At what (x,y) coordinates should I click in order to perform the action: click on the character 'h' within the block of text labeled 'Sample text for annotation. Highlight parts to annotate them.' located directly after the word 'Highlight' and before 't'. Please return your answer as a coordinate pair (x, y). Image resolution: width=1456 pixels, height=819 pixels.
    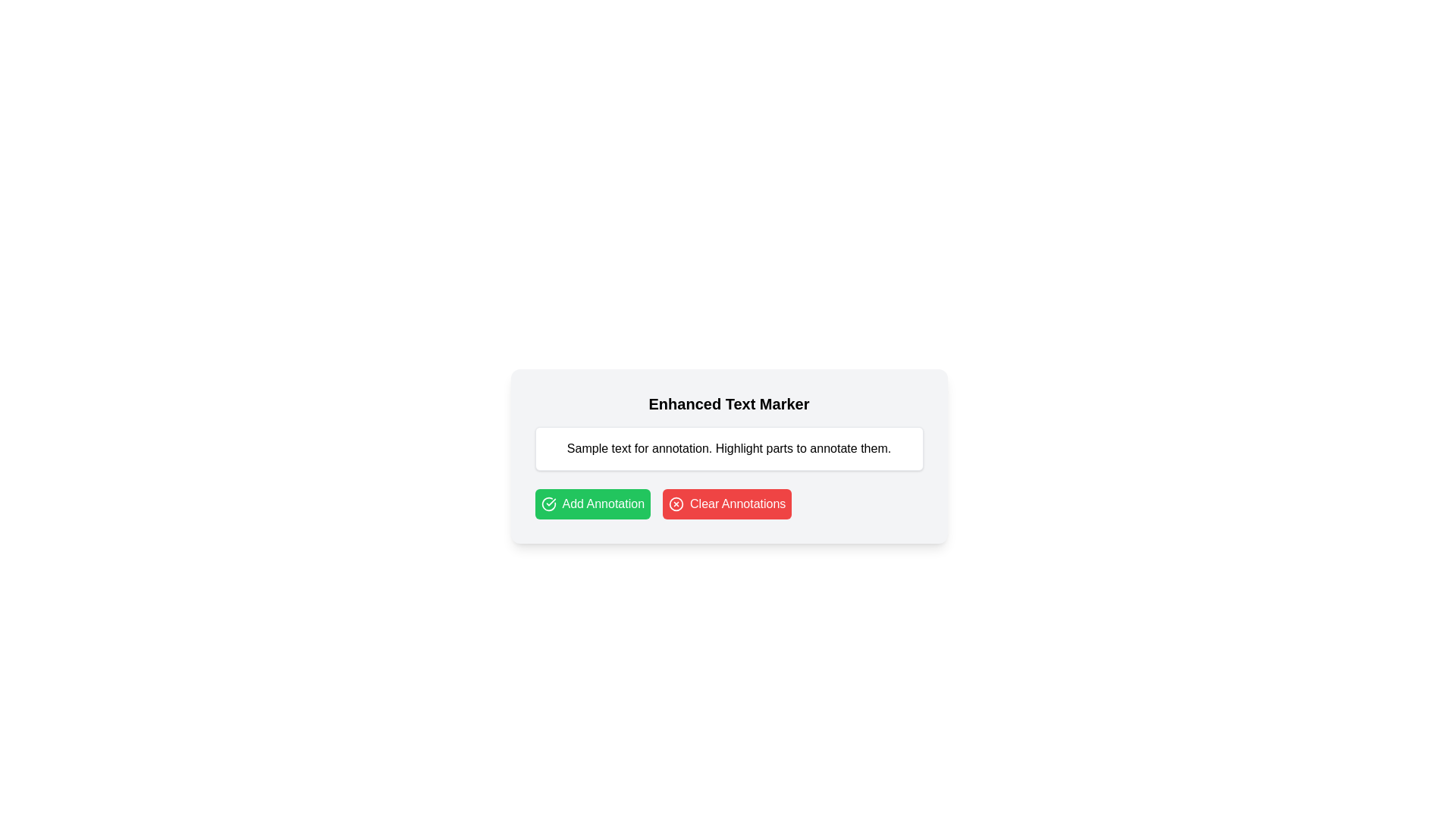
    Looking at the image, I should click on (756, 447).